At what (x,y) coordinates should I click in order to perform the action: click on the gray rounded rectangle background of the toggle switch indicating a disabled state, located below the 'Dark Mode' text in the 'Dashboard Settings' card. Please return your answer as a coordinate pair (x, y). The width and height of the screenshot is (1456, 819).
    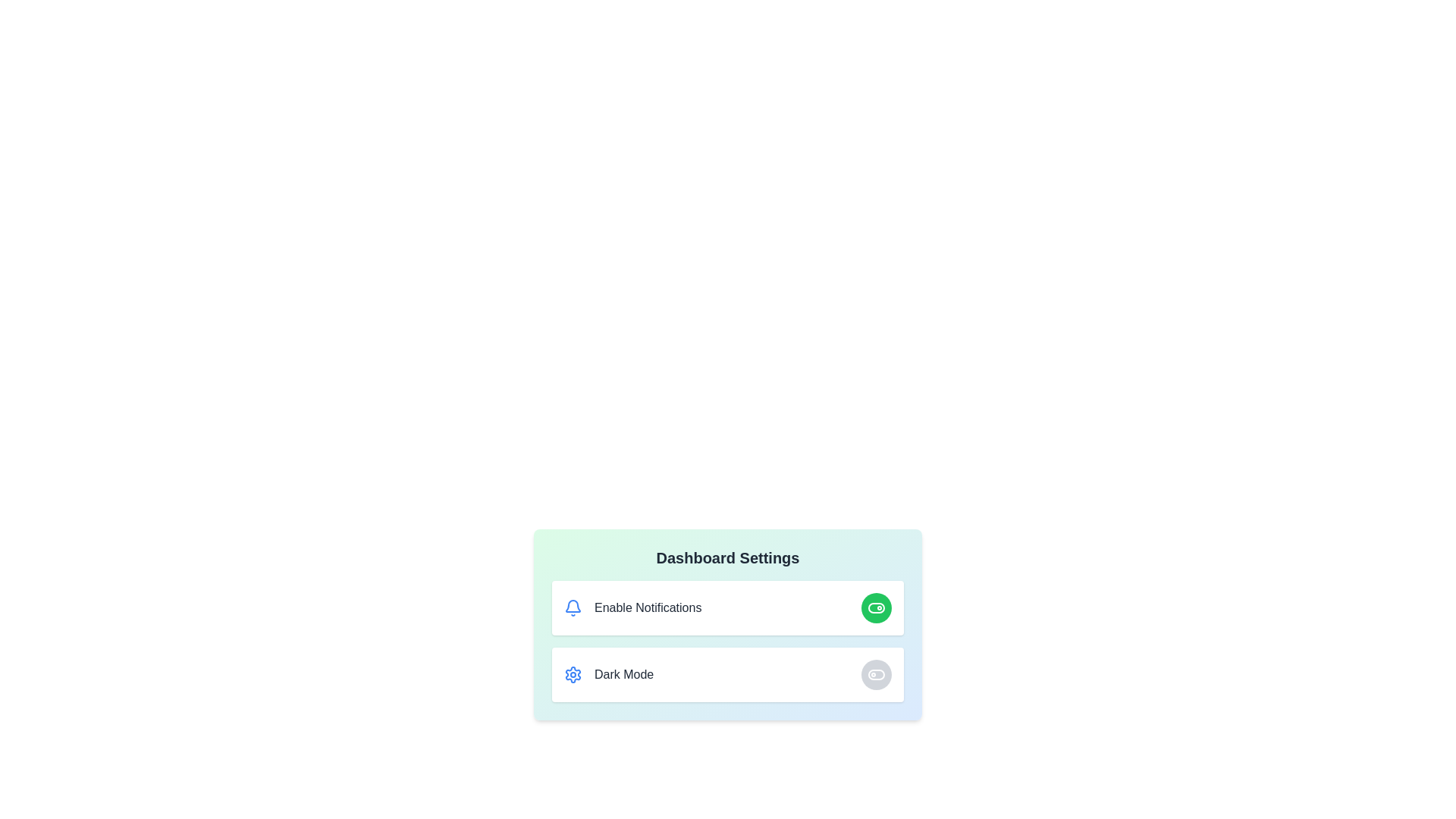
    Looking at the image, I should click on (877, 674).